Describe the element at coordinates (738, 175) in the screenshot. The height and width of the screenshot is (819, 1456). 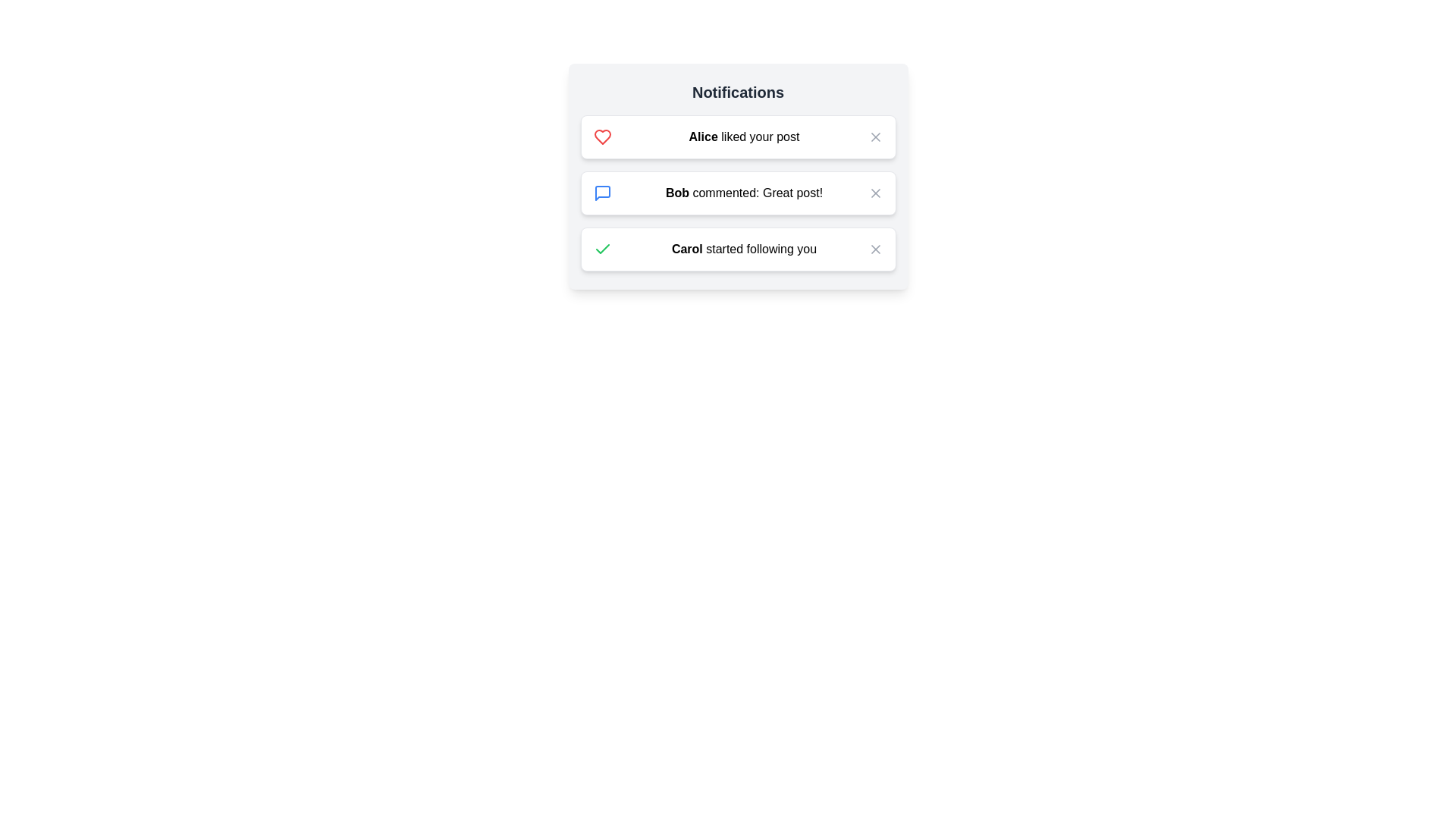
I see `the Notification card that displays a comment from 'Bob'` at that location.